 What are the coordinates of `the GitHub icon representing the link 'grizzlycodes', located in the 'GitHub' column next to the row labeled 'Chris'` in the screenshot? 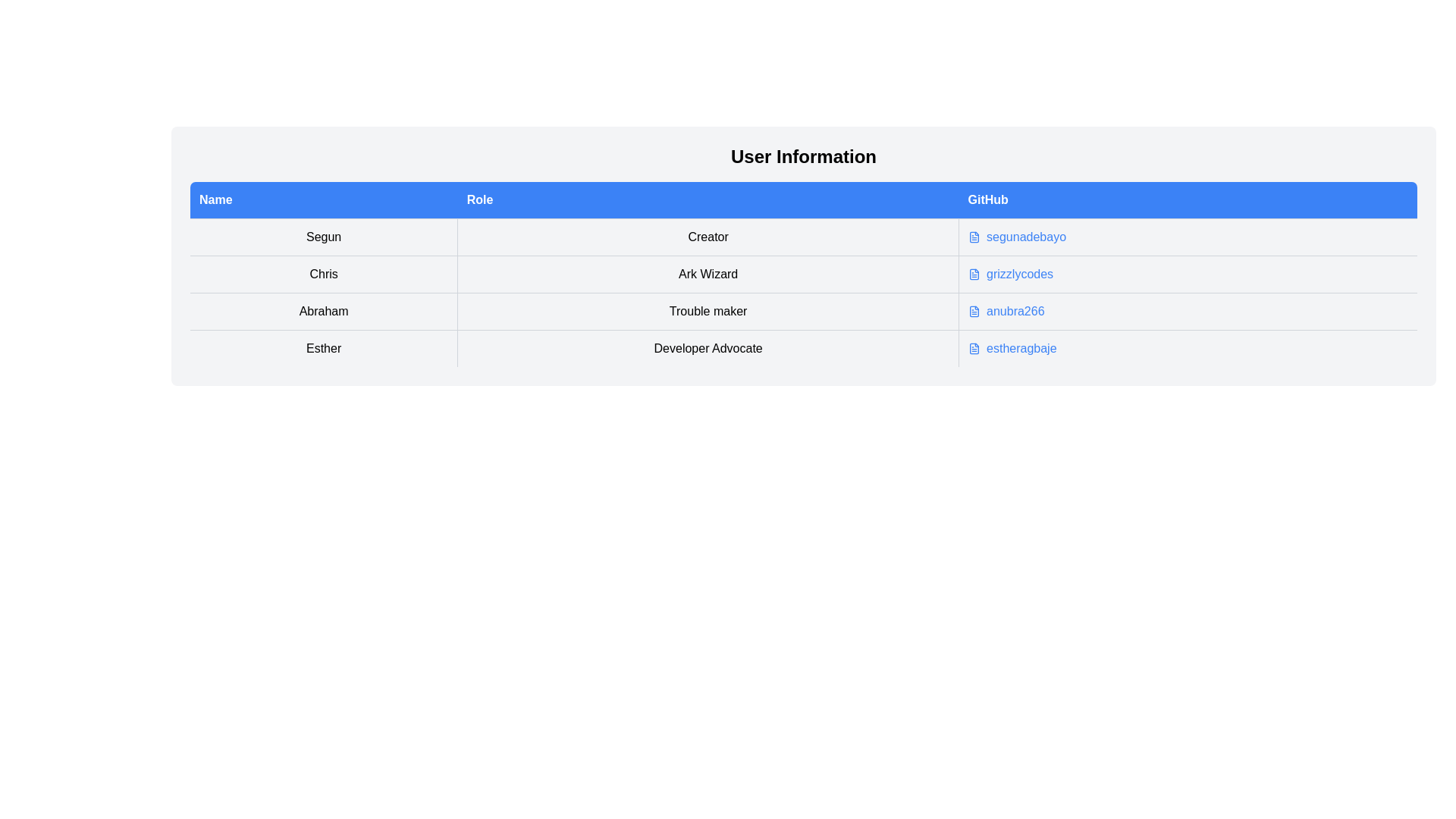 It's located at (974, 275).